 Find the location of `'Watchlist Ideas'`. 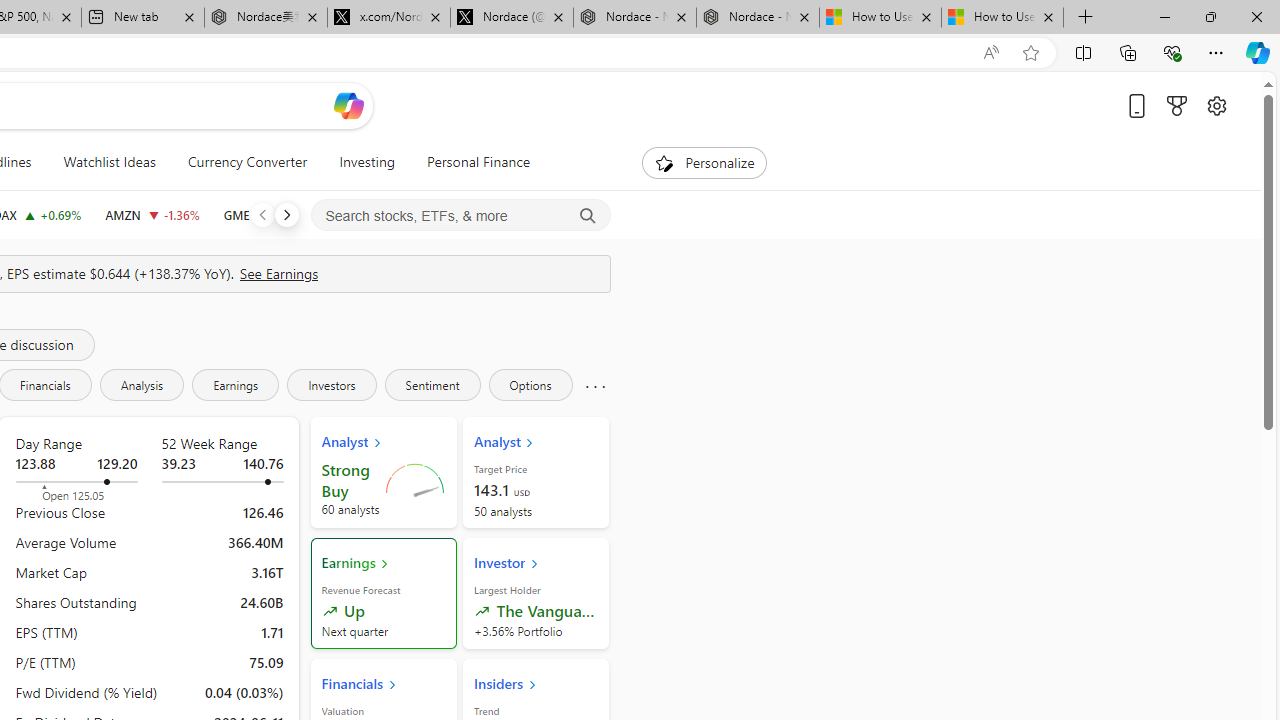

'Watchlist Ideas' is located at coordinates (108, 162).